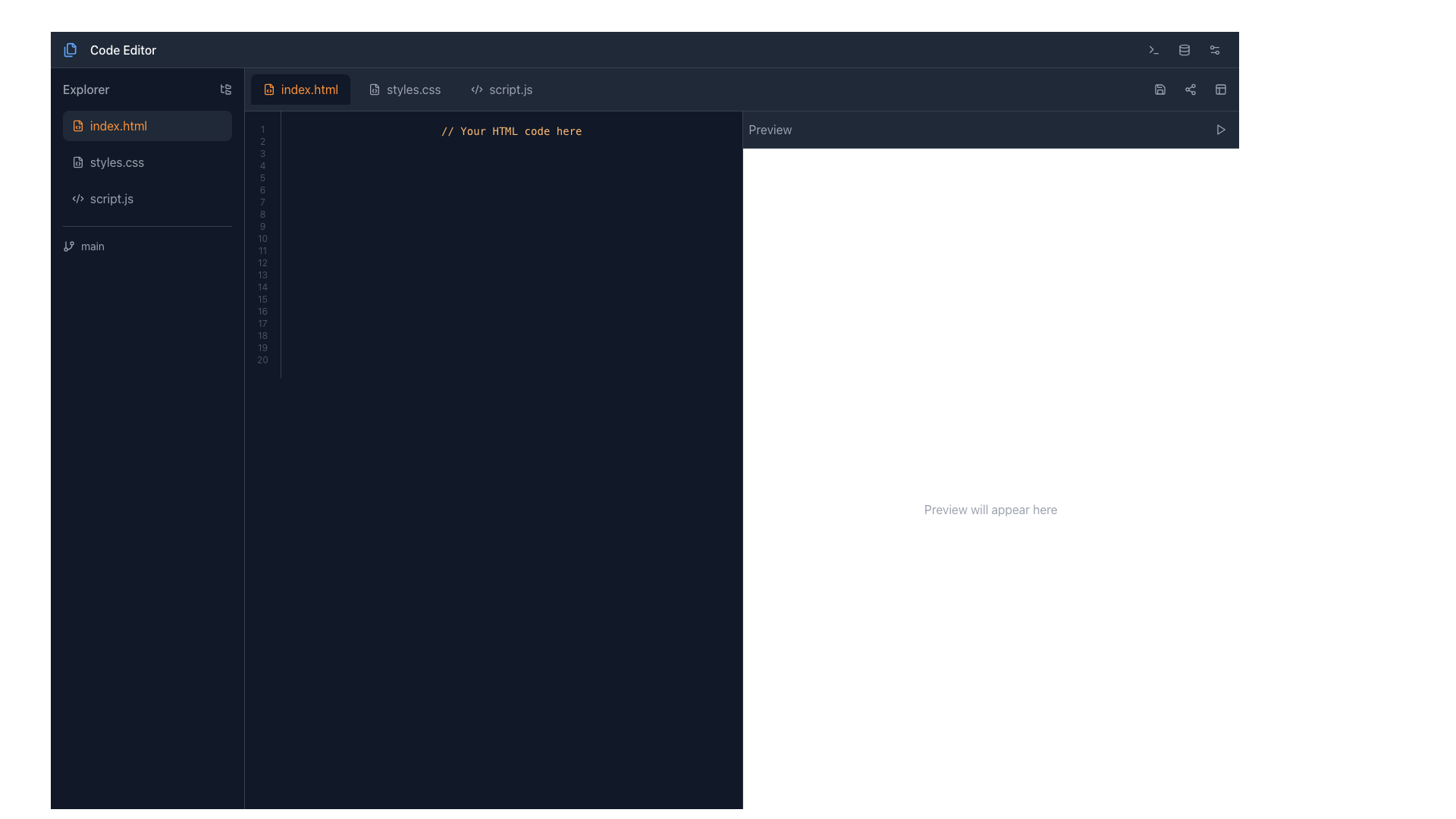 Image resolution: width=1456 pixels, height=819 pixels. Describe the element at coordinates (77, 124) in the screenshot. I see `the file icon representing 'index.html' in the file explorer section to enhance user interactions and indicate file type or status` at that location.